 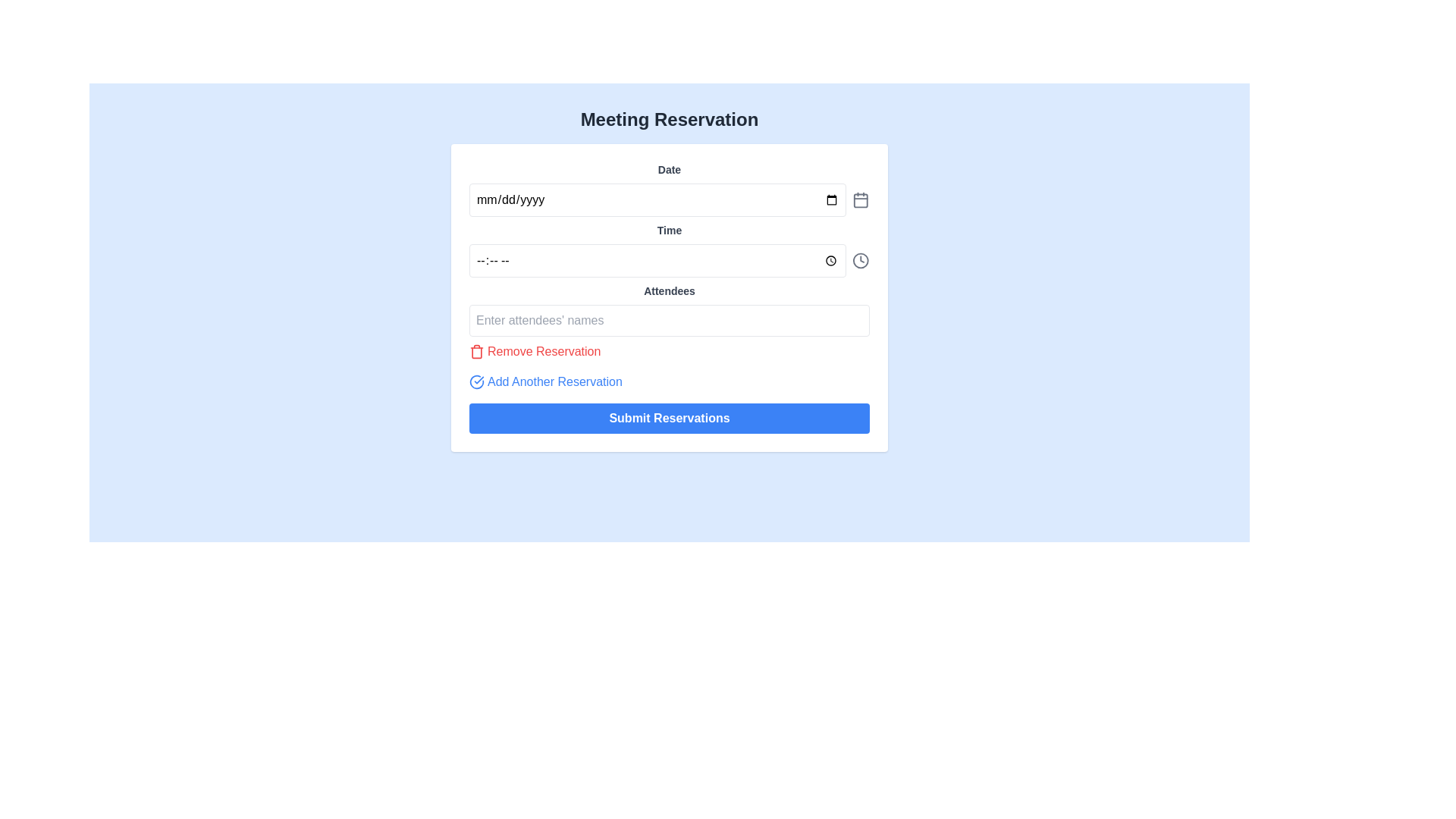 What do you see at coordinates (669, 169) in the screenshot?
I see `the text label that reads 'Date', which is bold and small-sized in dark gray color, located at the top of a form-like card layout above the date picker input field` at bounding box center [669, 169].